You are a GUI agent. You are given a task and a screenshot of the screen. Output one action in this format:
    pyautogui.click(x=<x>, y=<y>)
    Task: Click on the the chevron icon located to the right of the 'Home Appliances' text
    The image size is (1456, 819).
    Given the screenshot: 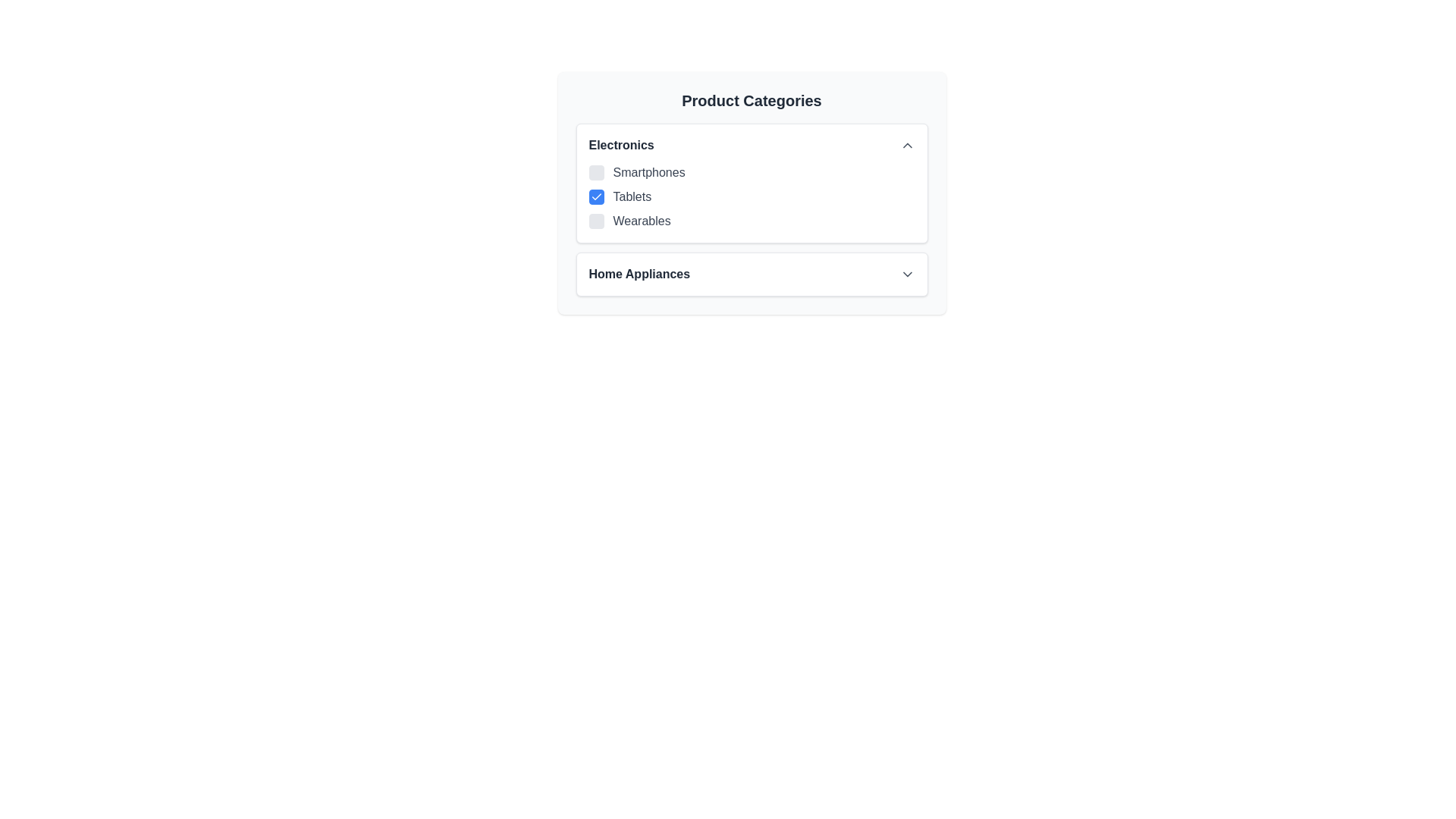 What is the action you would take?
    pyautogui.click(x=907, y=275)
    